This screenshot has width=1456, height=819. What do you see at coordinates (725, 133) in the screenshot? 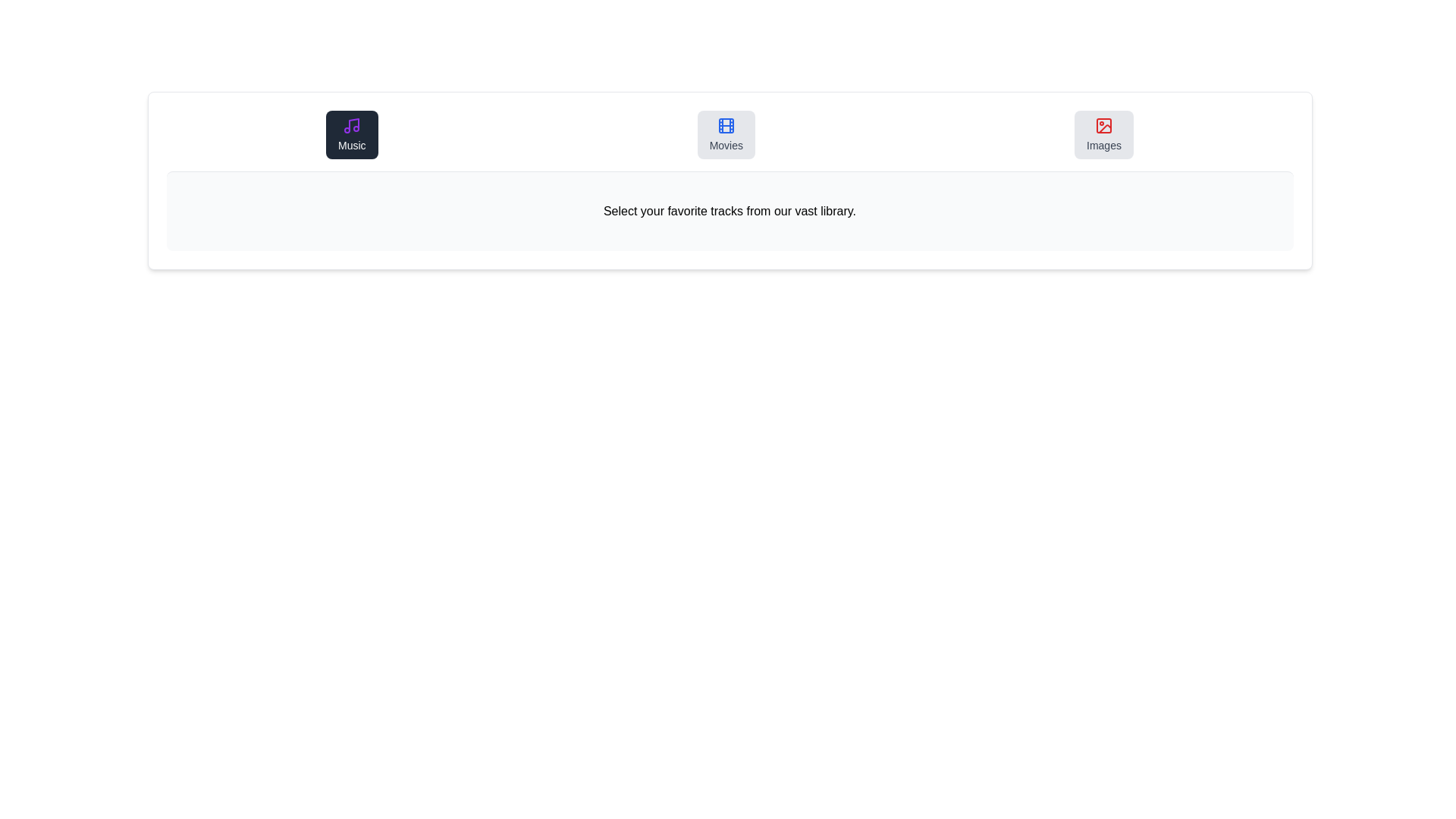
I see `the Movies tab to switch to the corresponding category` at bounding box center [725, 133].